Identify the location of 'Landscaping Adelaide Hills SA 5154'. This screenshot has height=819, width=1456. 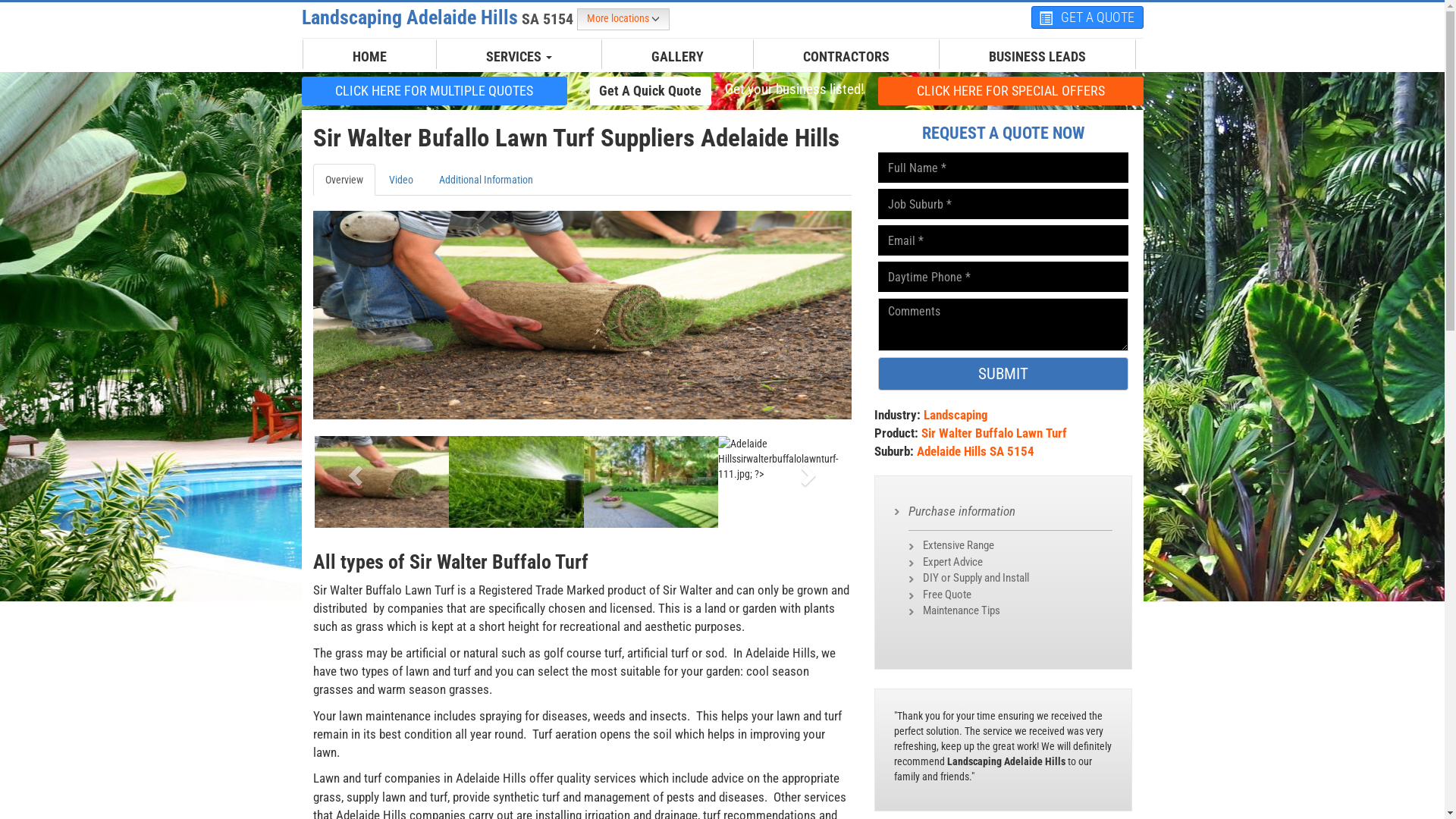
(438, 17).